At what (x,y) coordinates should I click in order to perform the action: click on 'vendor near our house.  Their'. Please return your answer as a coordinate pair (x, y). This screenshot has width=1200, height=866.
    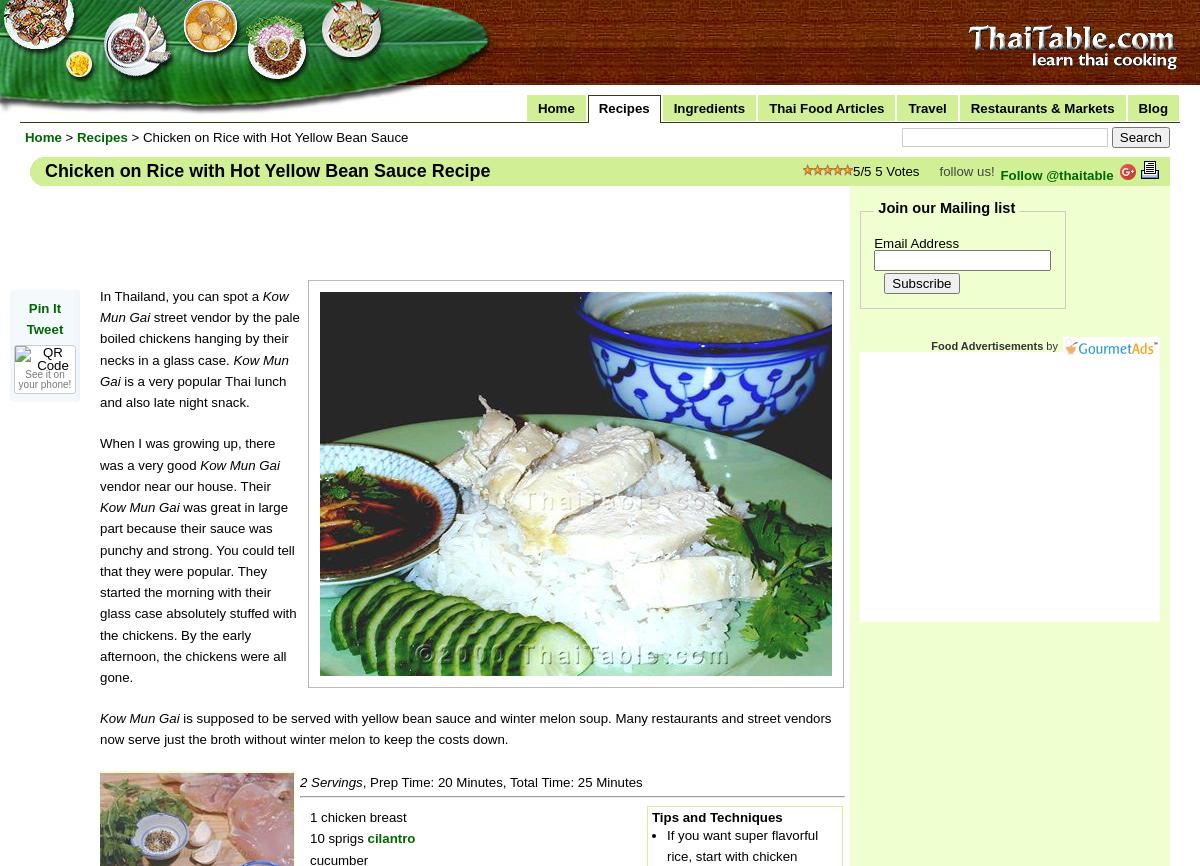
    Looking at the image, I should click on (184, 485).